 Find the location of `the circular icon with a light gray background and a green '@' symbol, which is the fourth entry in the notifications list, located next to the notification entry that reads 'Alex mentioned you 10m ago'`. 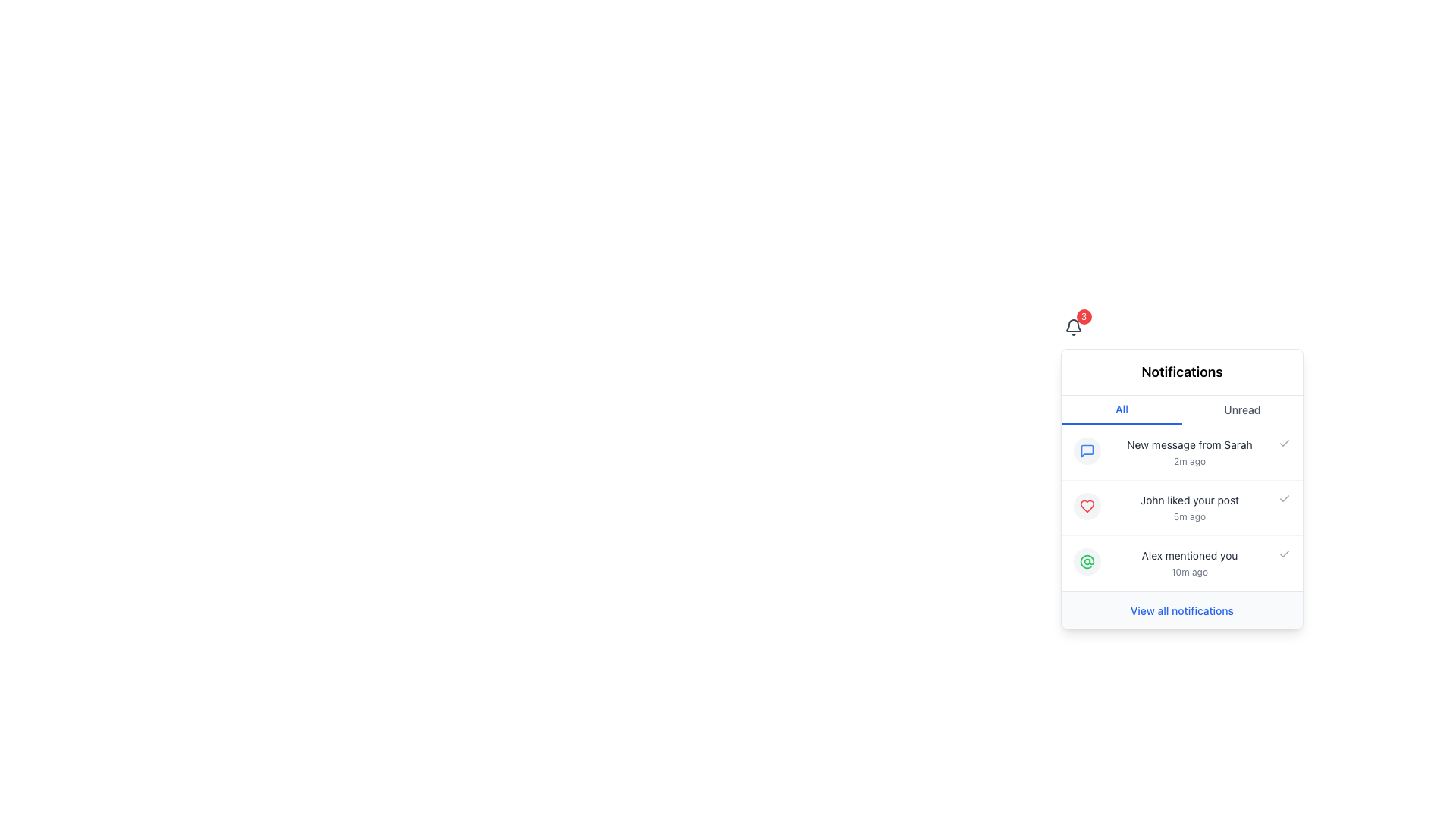

the circular icon with a light gray background and a green '@' symbol, which is the fourth entry in the notifications list, located next to the notification entry that reads 'Alex mentioned you 10m ago' is located at coordinates (1087, 561).